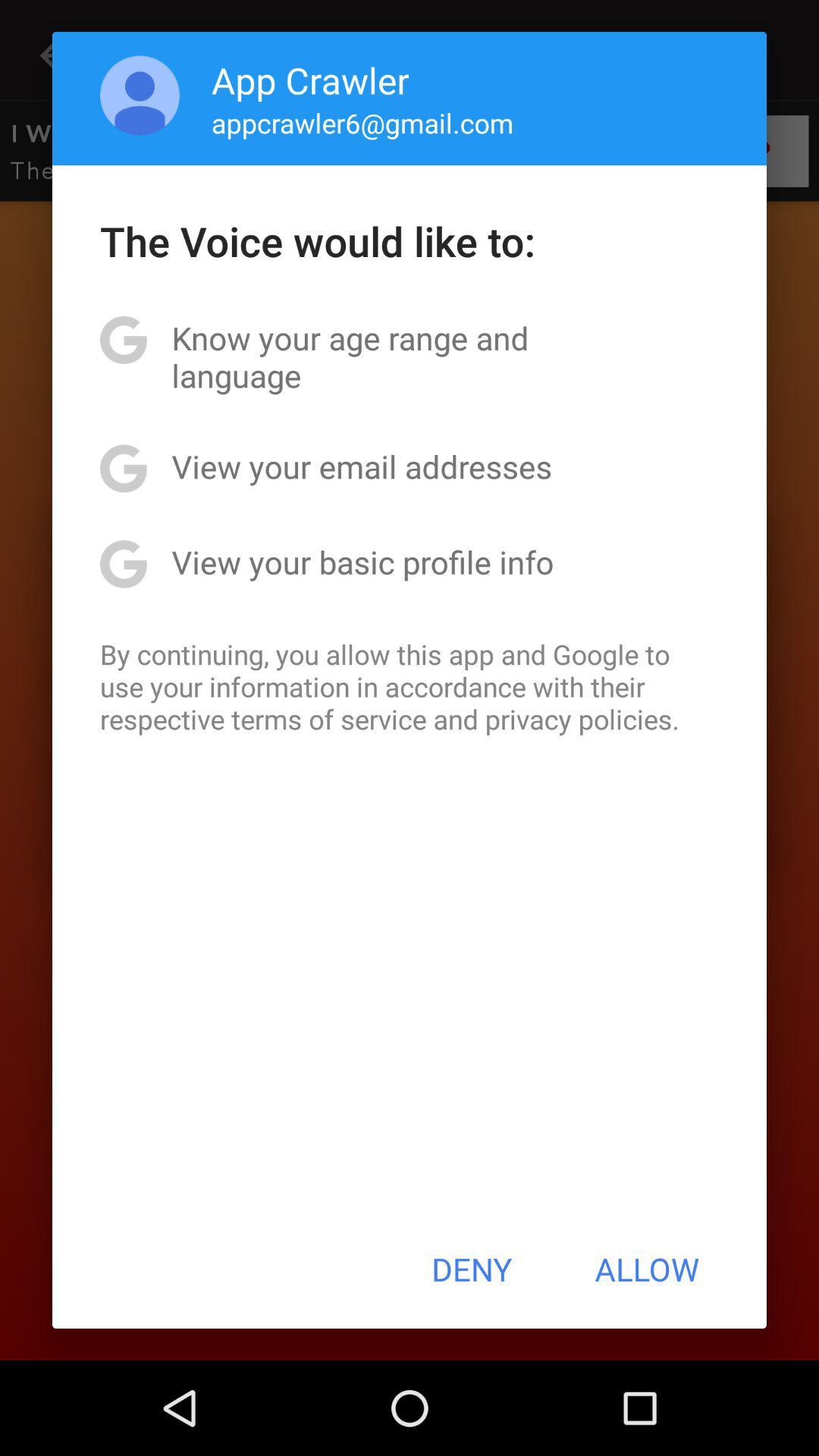 This screenshot has height=1456, width=819. What do you see at coordinates (409, 356) in the screenshot?
I see `the know your age app` at bounding box center [409, 356].